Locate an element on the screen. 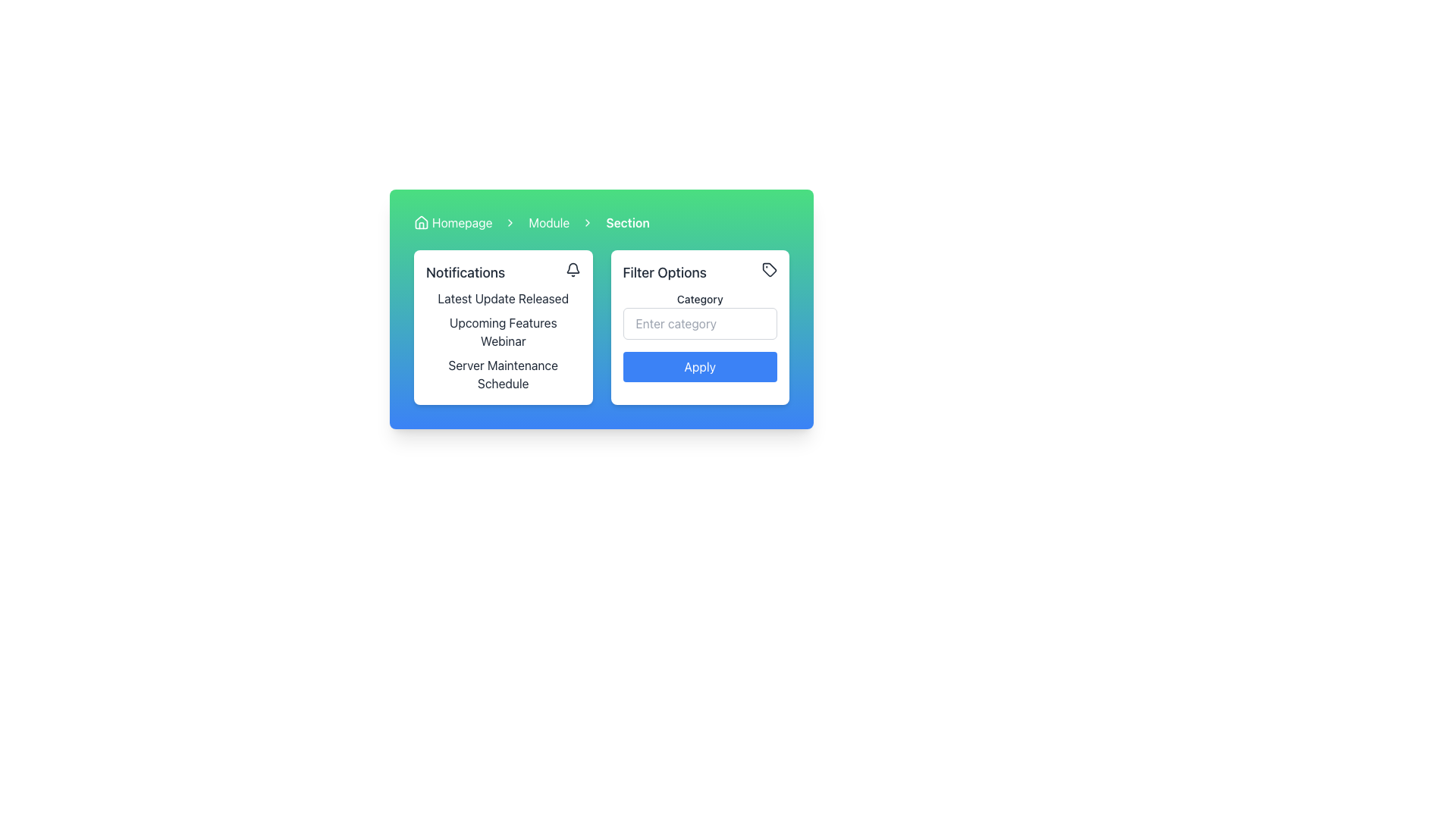  the hyperlink with a house icon and the text 'Homepage' in the breadcrumb navigation bar is located at coordinates (452, 222).